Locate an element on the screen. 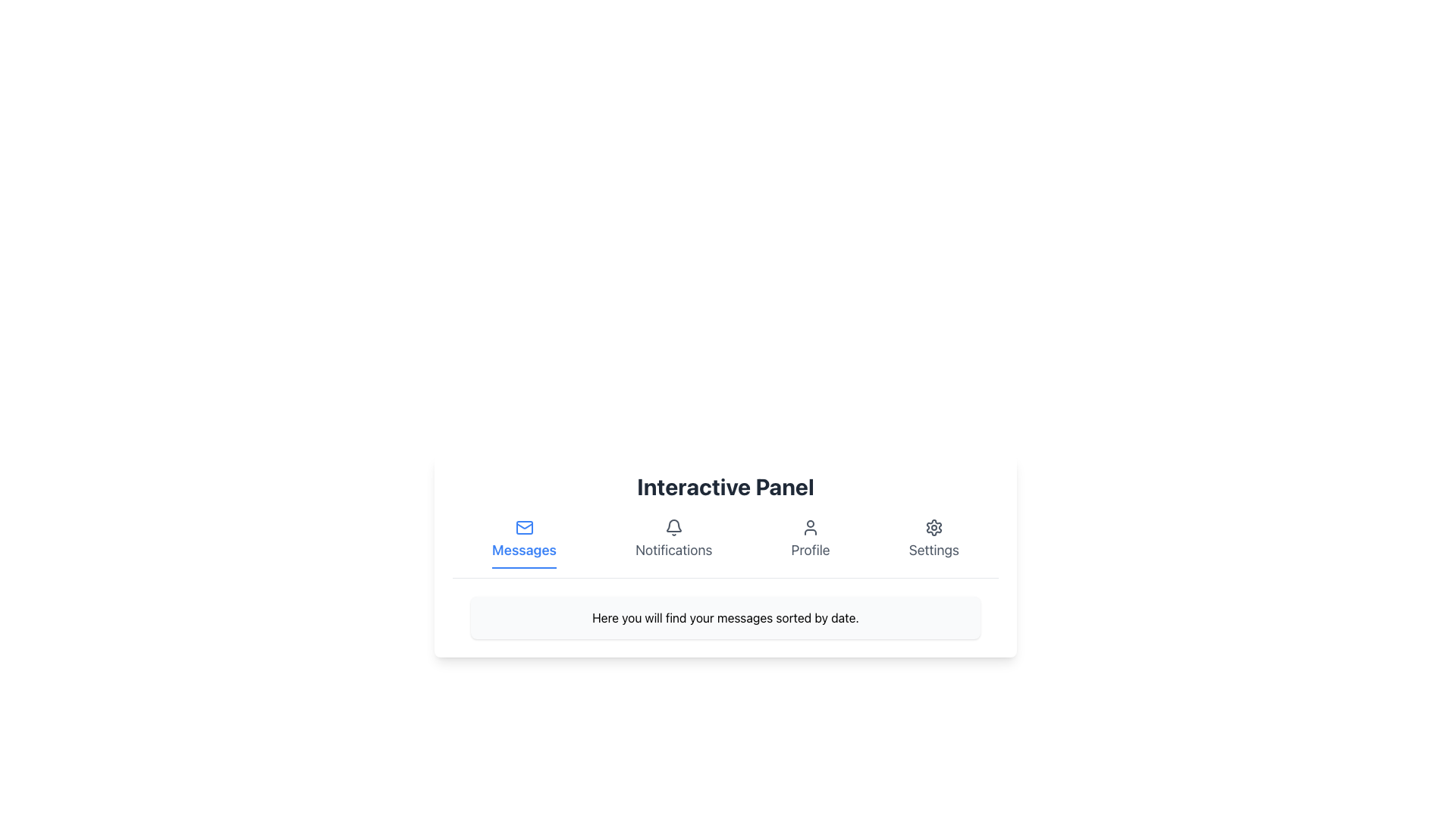 The height and width of the screenshot is (819, 1456). text label for the 'Messages' section located below the mail envelope icon in the navigation menu is located at coordinates (524, 550).